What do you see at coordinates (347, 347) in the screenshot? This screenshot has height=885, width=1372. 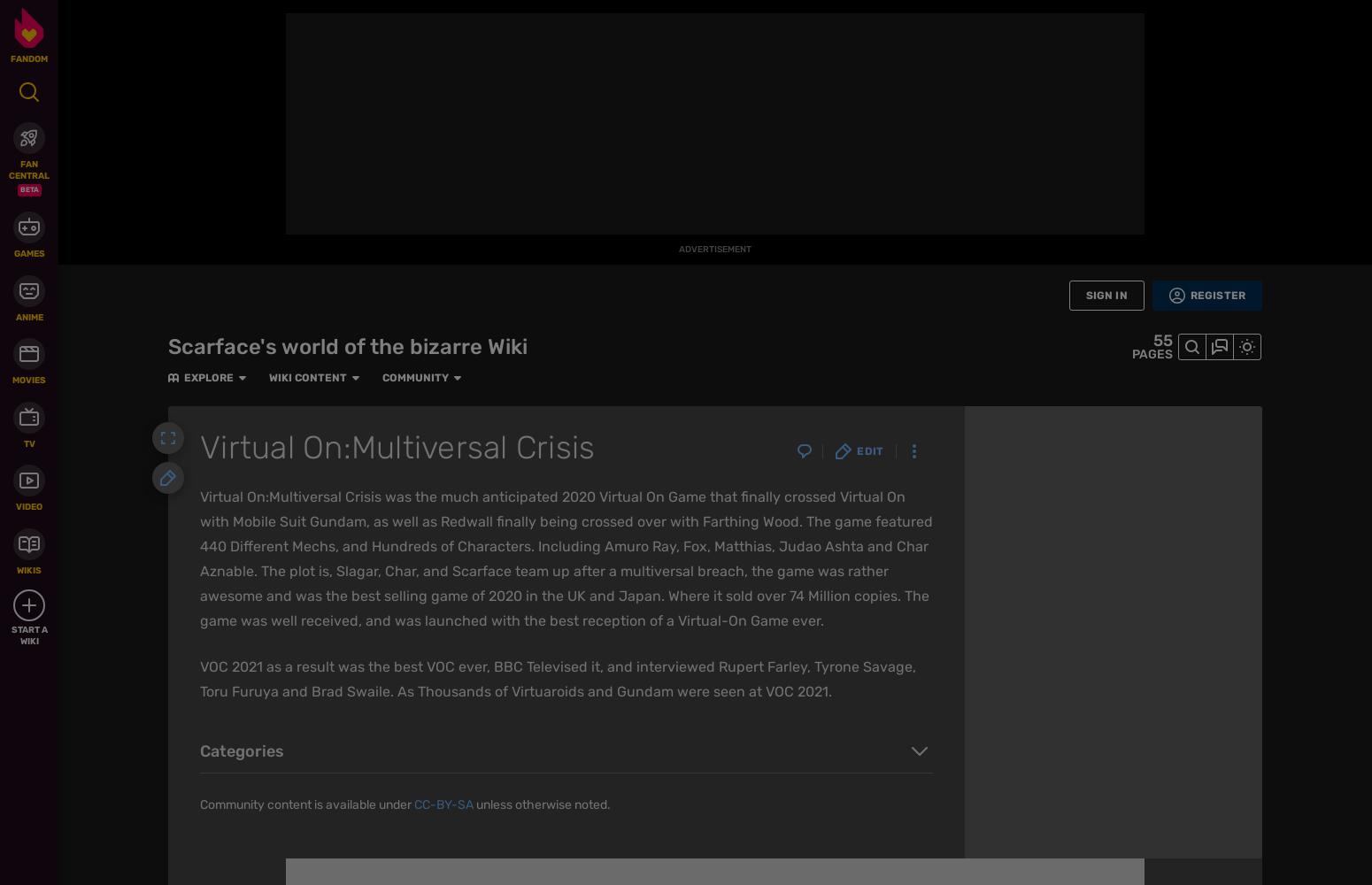 I see `'Scarface's world of the bizarre Wiki'` at bounding box center [347, 347].